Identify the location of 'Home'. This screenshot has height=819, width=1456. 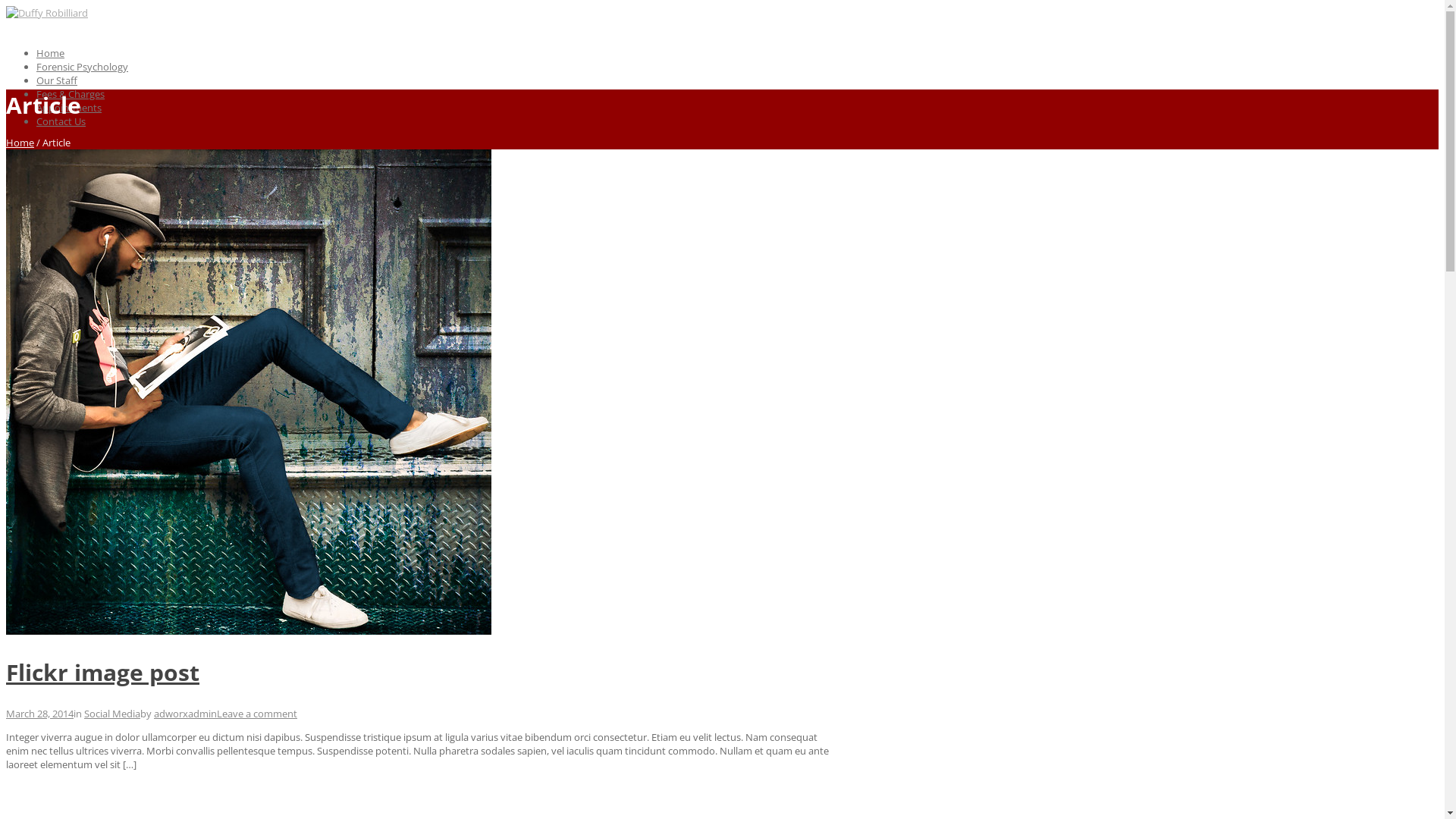
(20, 143).